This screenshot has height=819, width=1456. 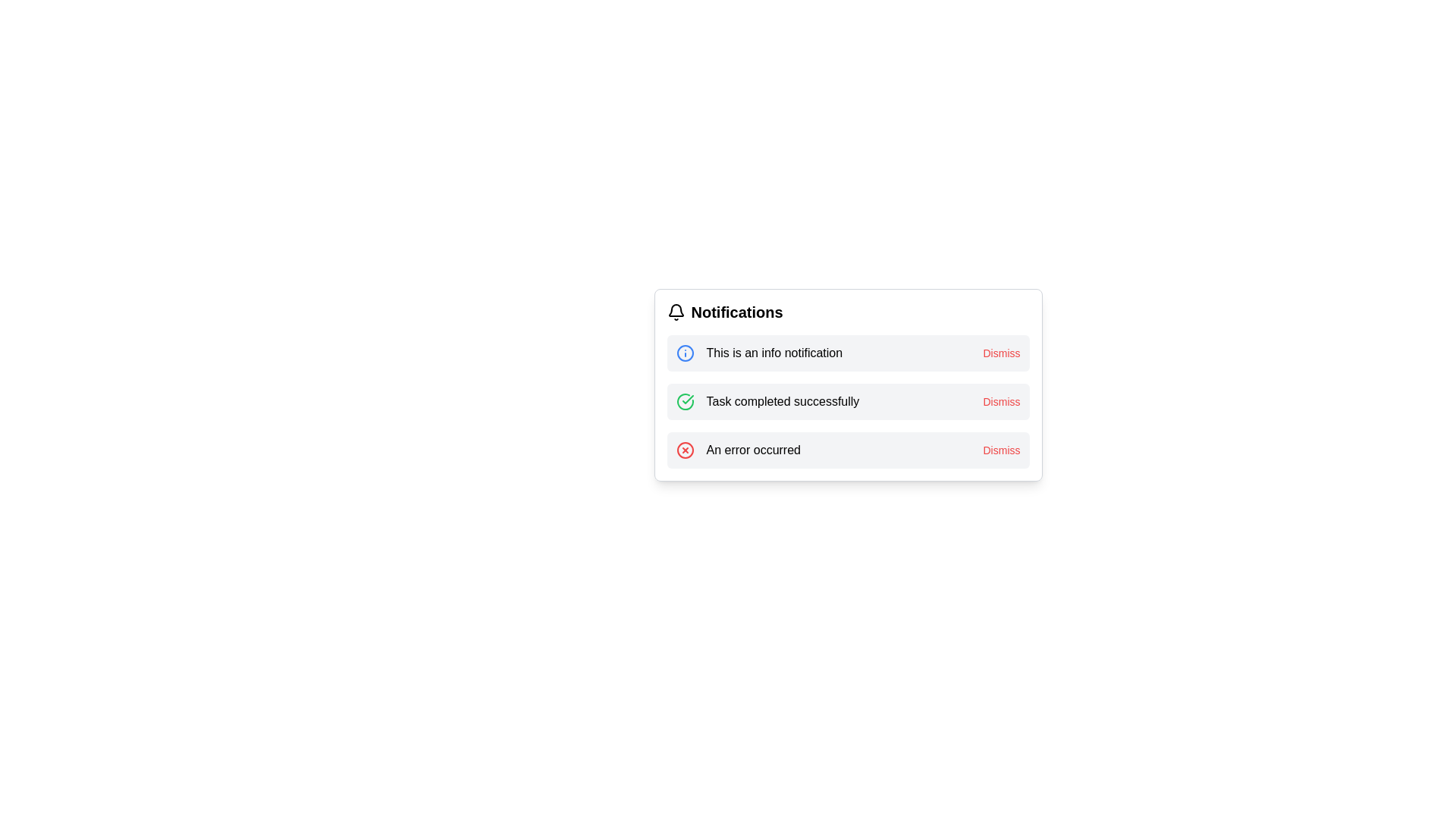 What do you see at coordinates (684, 400) in the screenshot?
I see `the green circular icon with a white checkmark that indicates a completed task, located next to the text 'Task completed successfully'` at bounding box center [684, 400].